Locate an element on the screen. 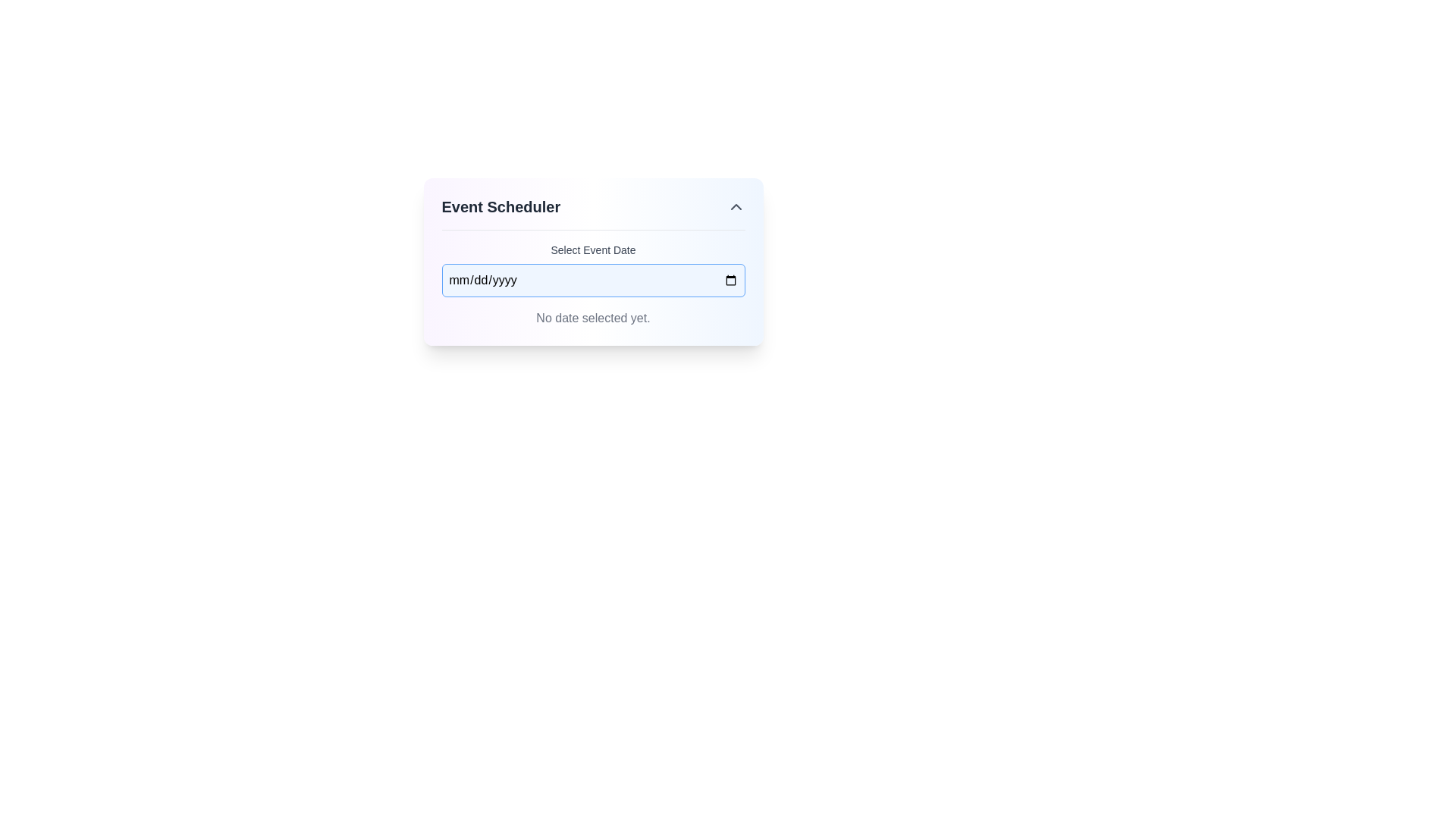  the upward-facing chevron button in the header of the 'Event Scheduler' panel is located at coordinates (736, 207).